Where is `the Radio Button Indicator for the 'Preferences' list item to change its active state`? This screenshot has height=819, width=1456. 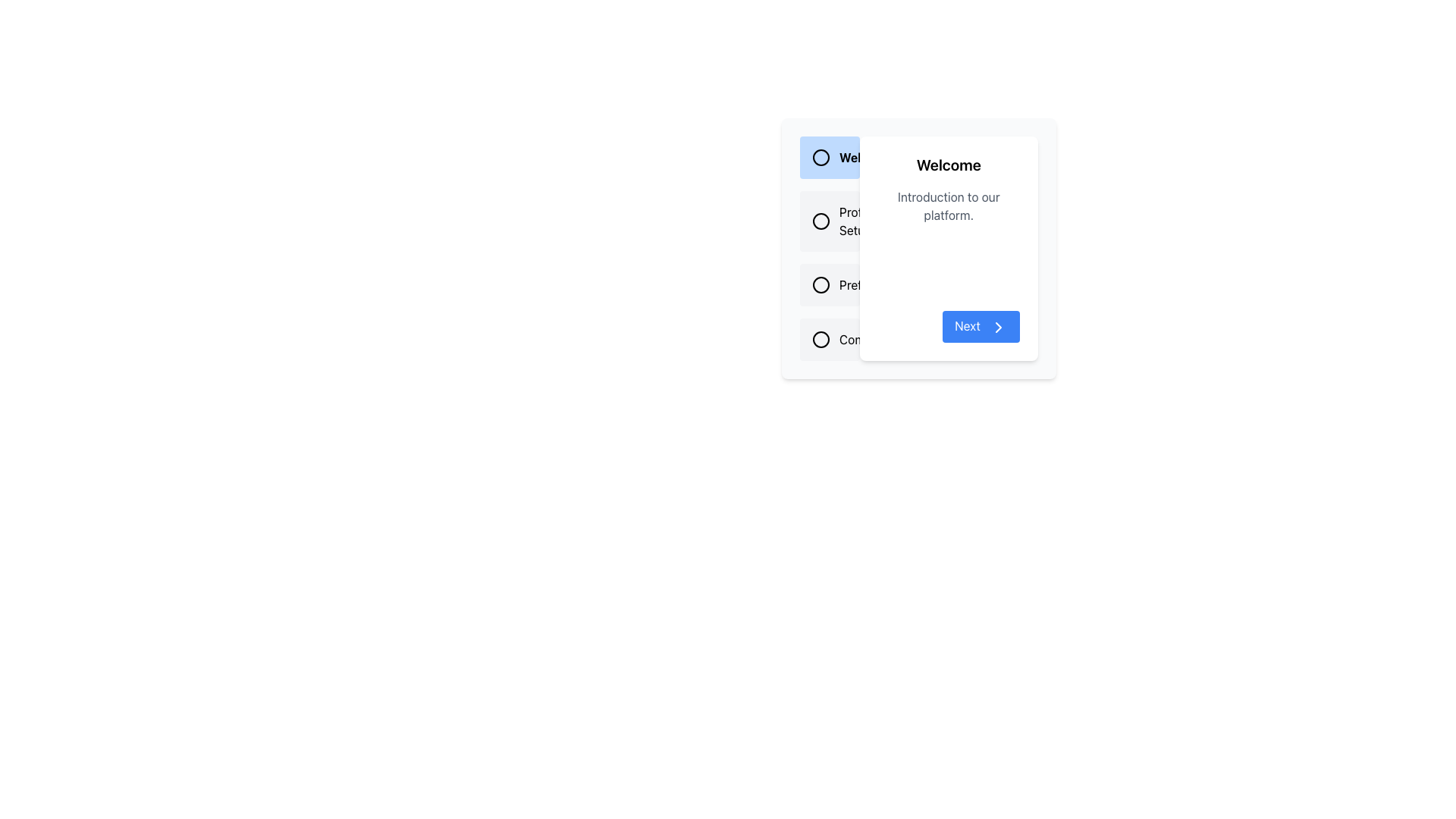
the Radio Button Indicator for the 'Preferences' list item to change its active state is located at coordinates (821, 284).